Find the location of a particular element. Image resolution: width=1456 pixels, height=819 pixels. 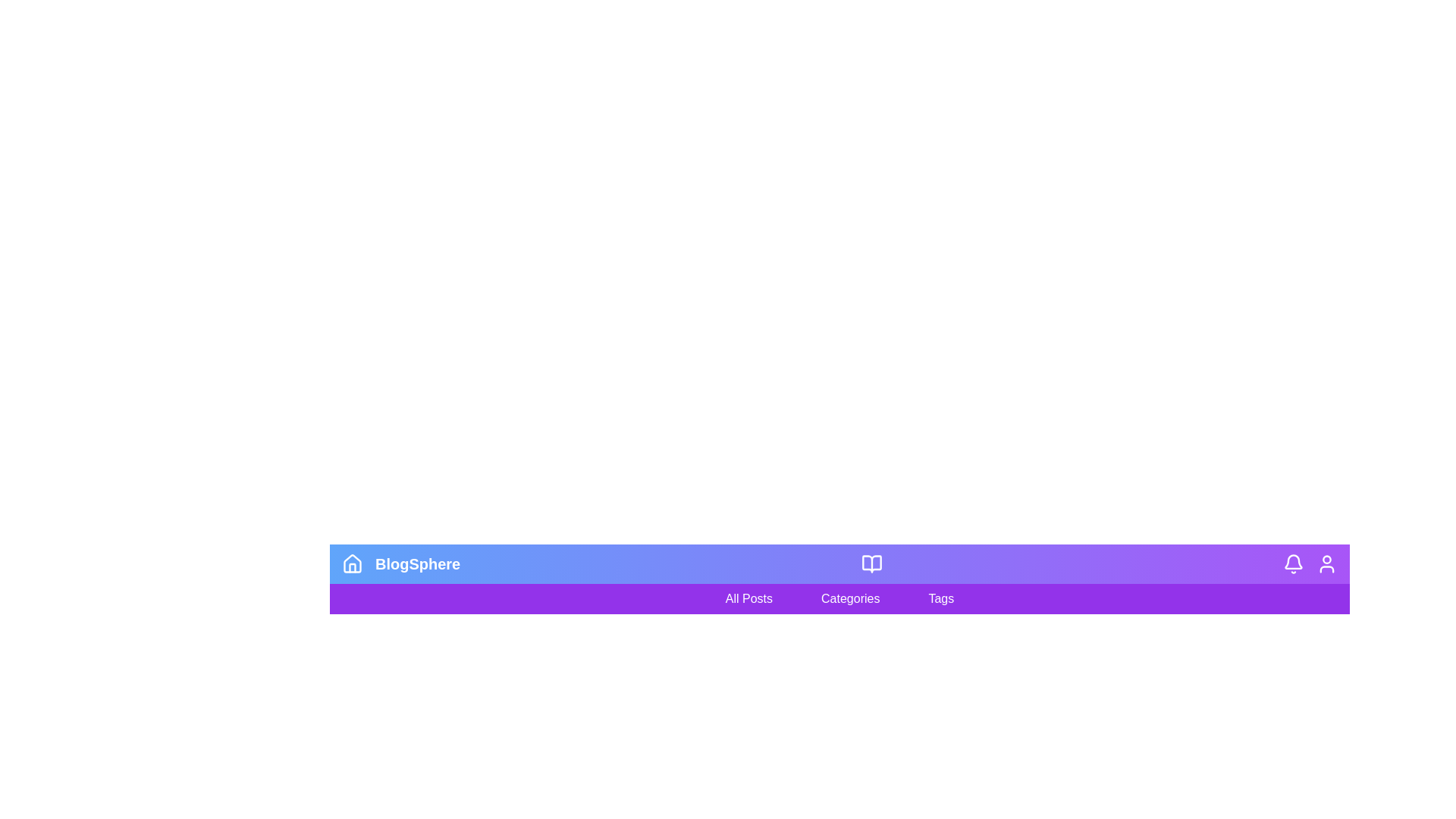

the 'User' icon to access the user profile is located at coordinates (1326, 564).